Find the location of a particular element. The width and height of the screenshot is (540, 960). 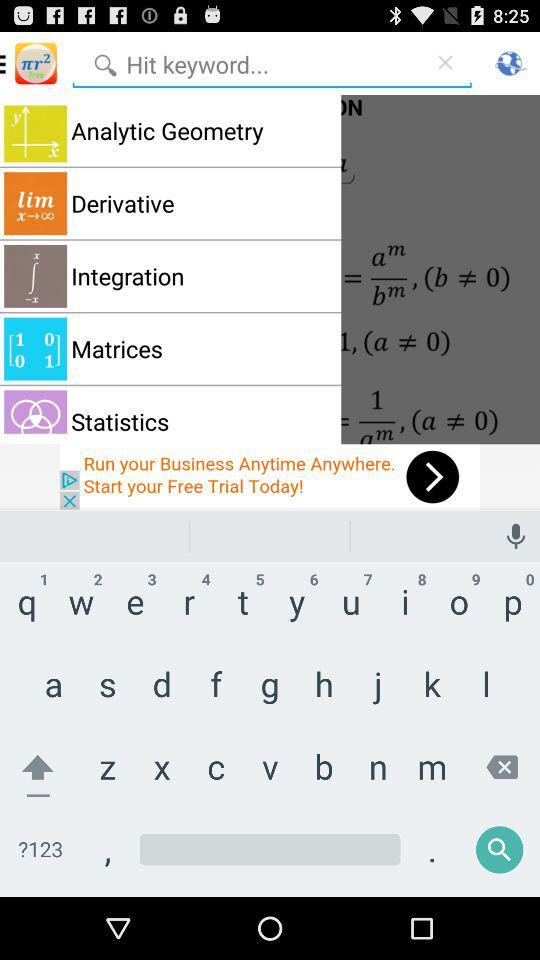

spacebar is located at coordinates (270, 863).